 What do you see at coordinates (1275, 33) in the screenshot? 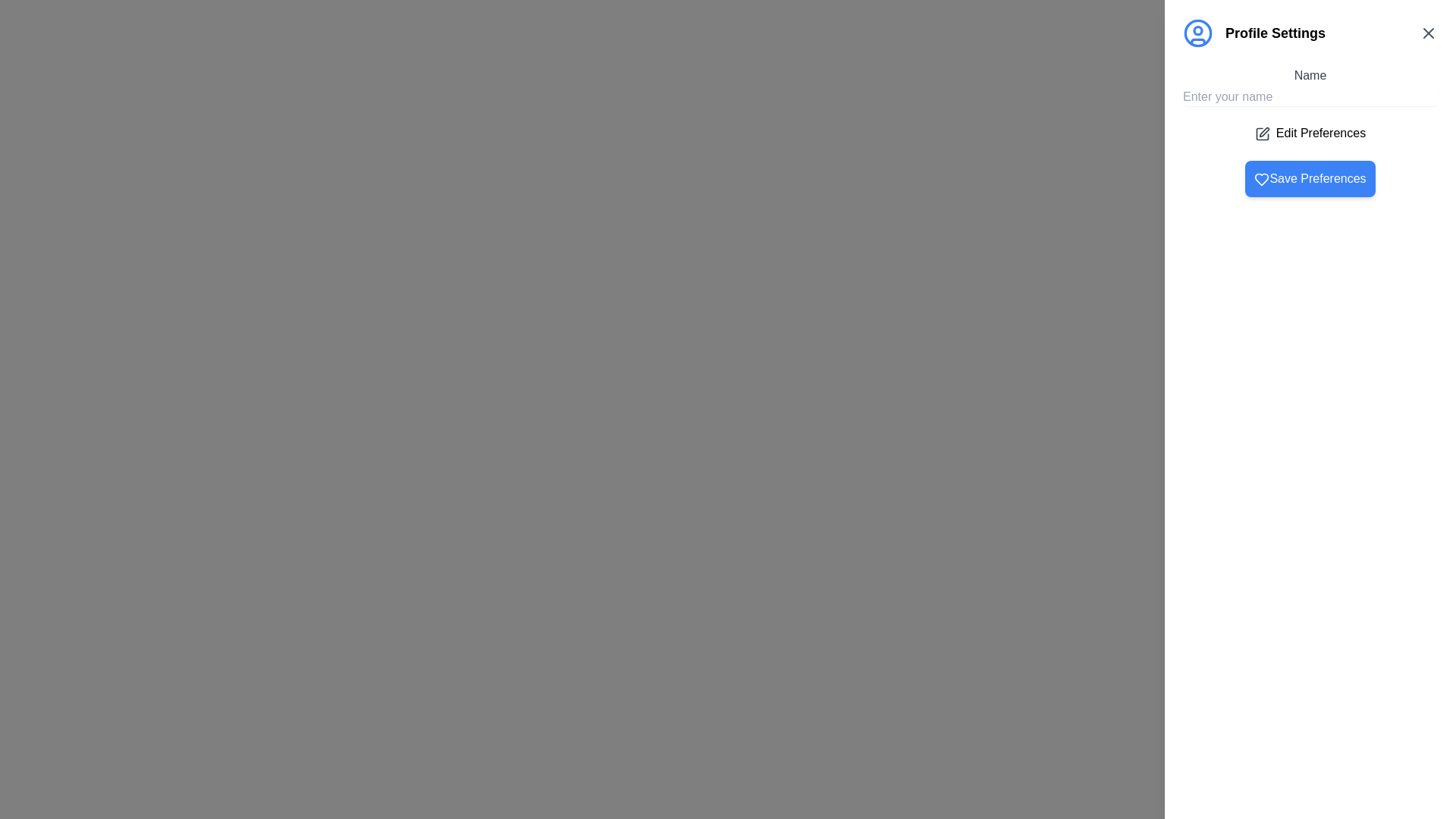
I see `the bold text label 'Profile Settings' located in the right-side panel, positioned prominently next to the blue user icon` at bounding box center [1275, 33].